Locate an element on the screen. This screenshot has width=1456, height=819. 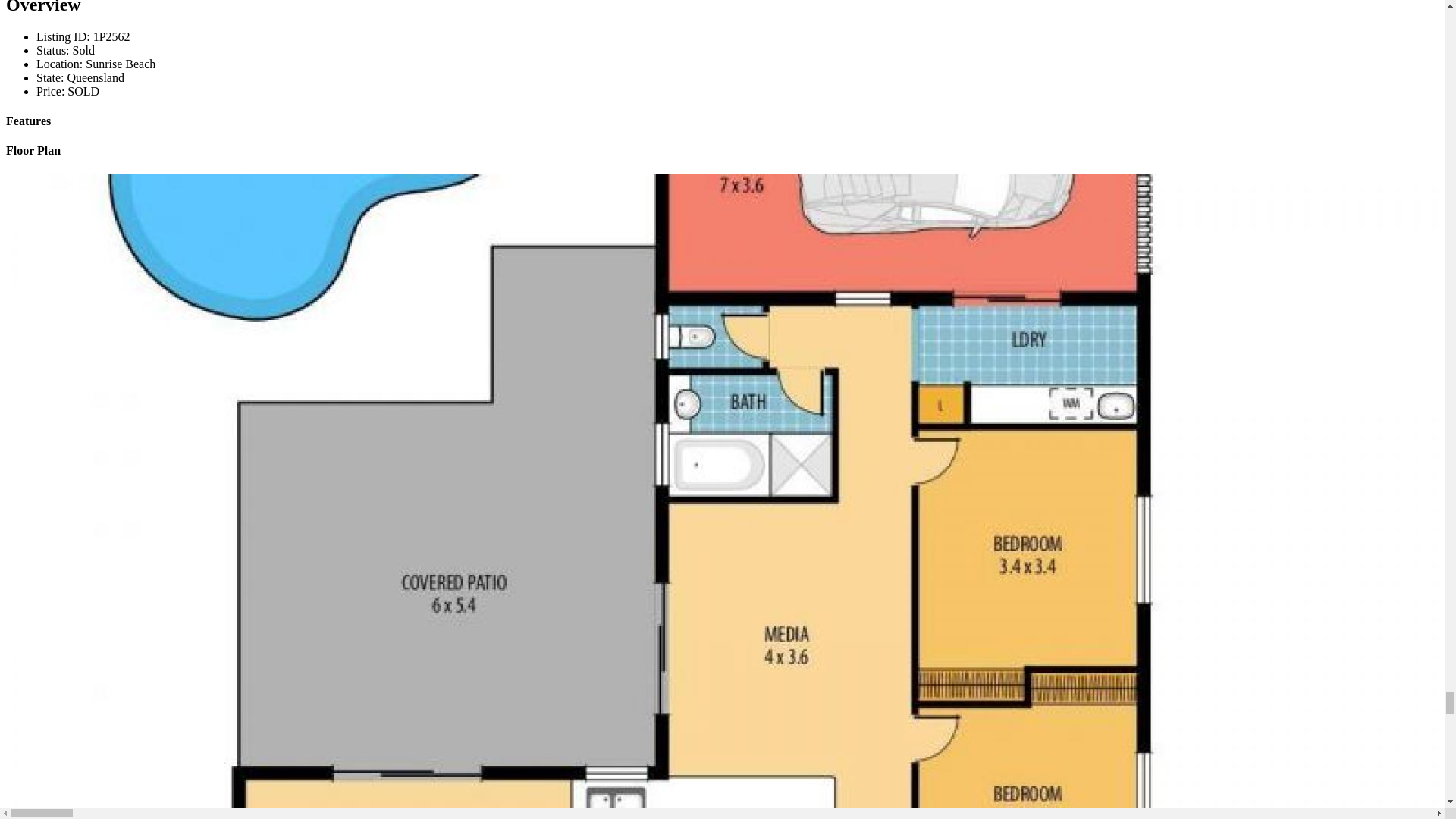
'The Latest' is located at coordinates (61, 73).